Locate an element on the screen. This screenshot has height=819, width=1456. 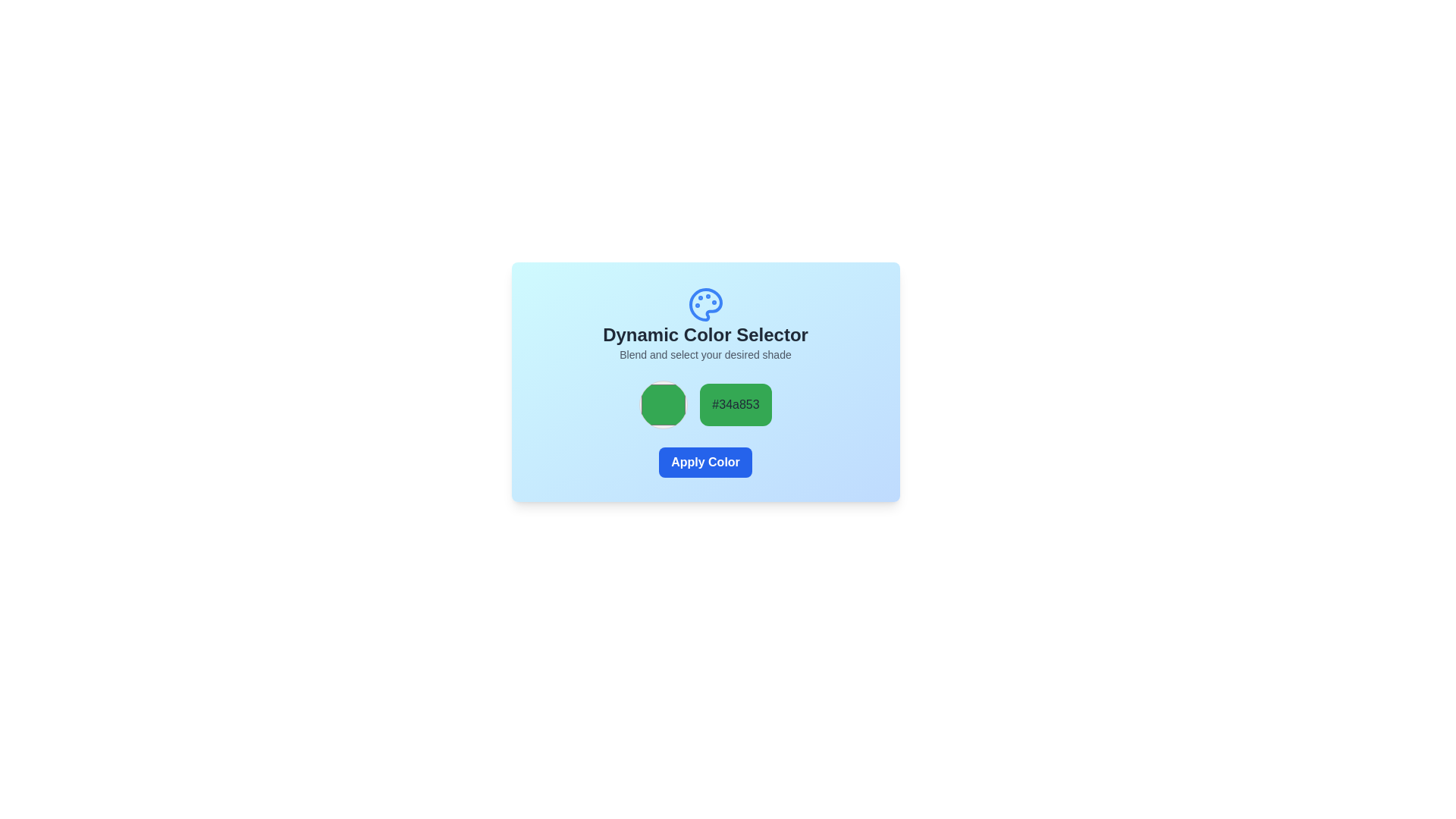
the text-display element that shows the color code (#34a853) in the Dynamic Color Selector section, positioned above the Apply Color button is located at coordinates (704, 403).